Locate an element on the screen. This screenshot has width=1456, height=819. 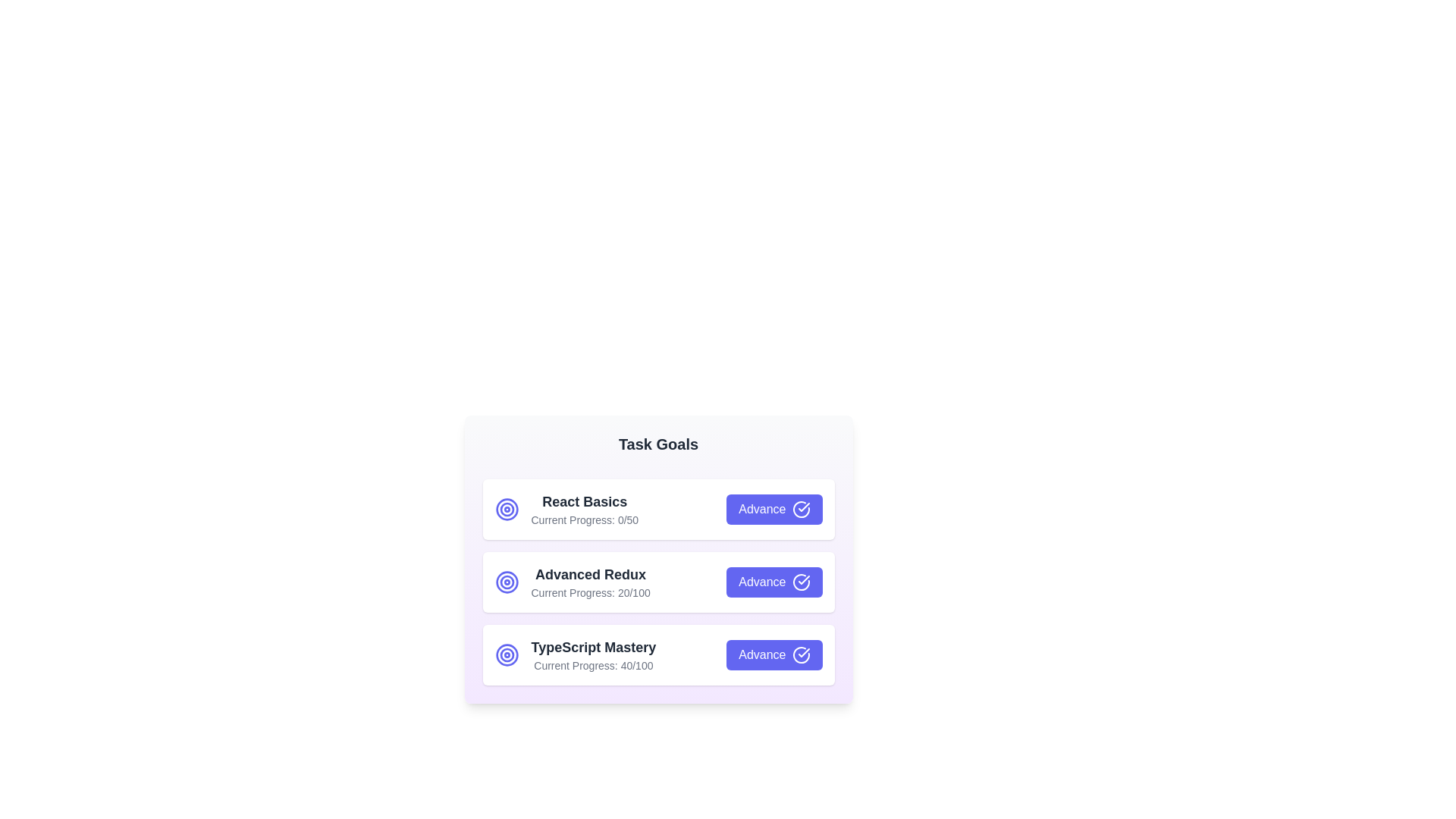
the second concentric circle of the target icon design within the Task Goals card is located at coordinates (507, 509).